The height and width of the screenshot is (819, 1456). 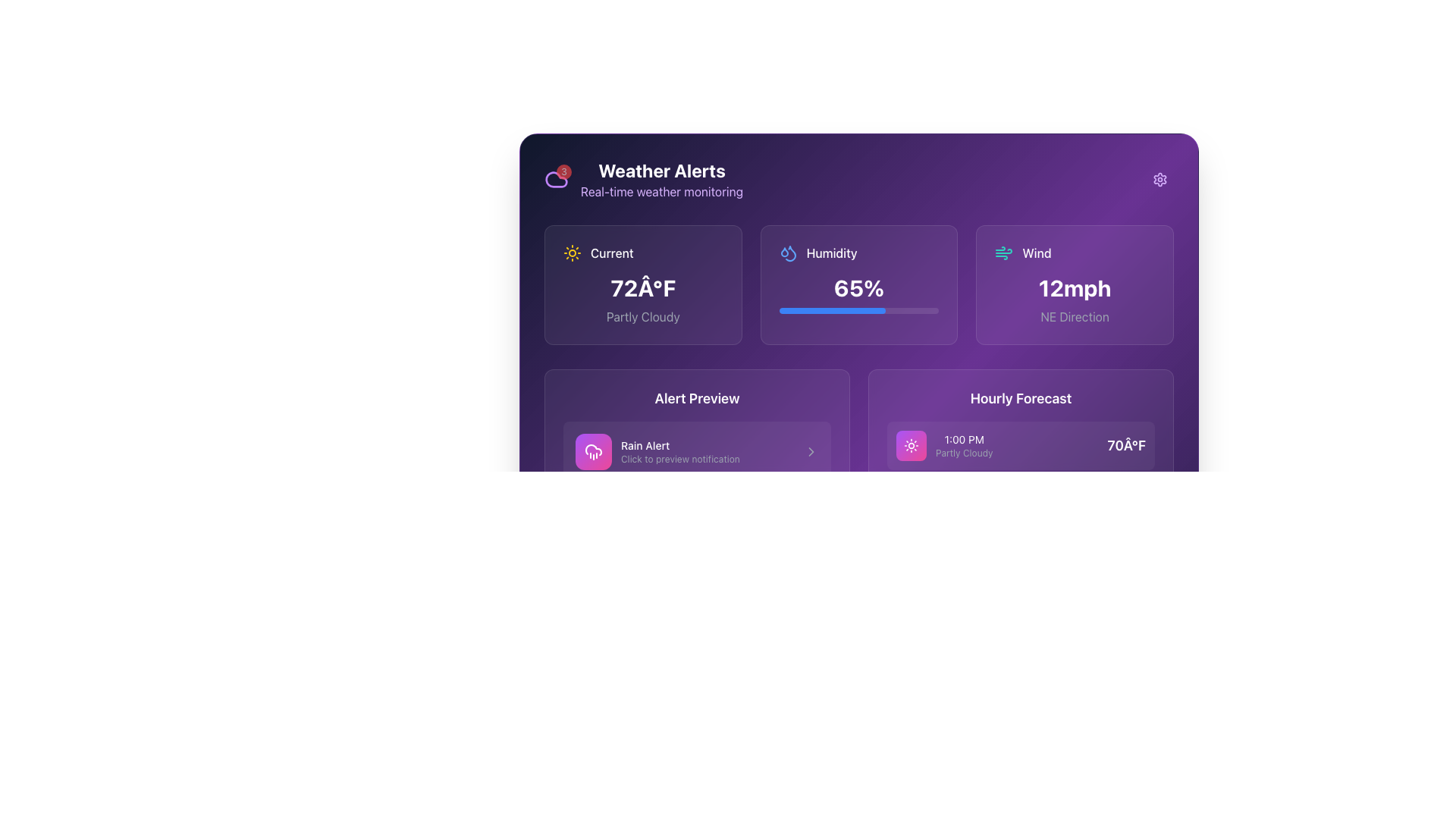 What do you see at coordinates (592, 451) in the screenshot?
I see `the cloud with rain icon, which is styled with a white outline on a pink and purple gradient circular background, located in the 'Alert Preview' section below the 'Current' weather panel` at bounding box center [592, 451].